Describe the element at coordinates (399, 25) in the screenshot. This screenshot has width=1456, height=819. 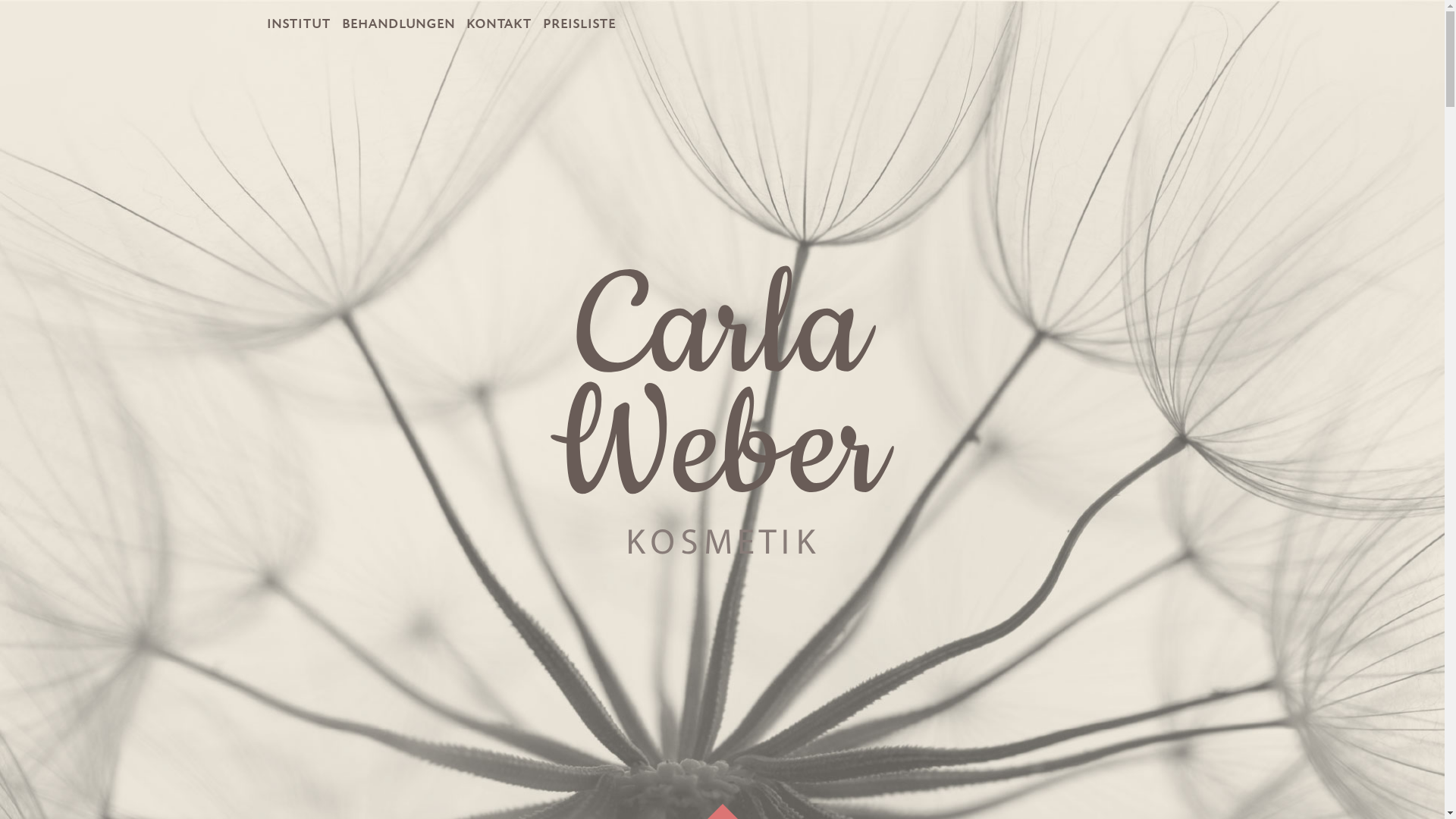
I see `'BEHANDLUNGEN'` at that location.